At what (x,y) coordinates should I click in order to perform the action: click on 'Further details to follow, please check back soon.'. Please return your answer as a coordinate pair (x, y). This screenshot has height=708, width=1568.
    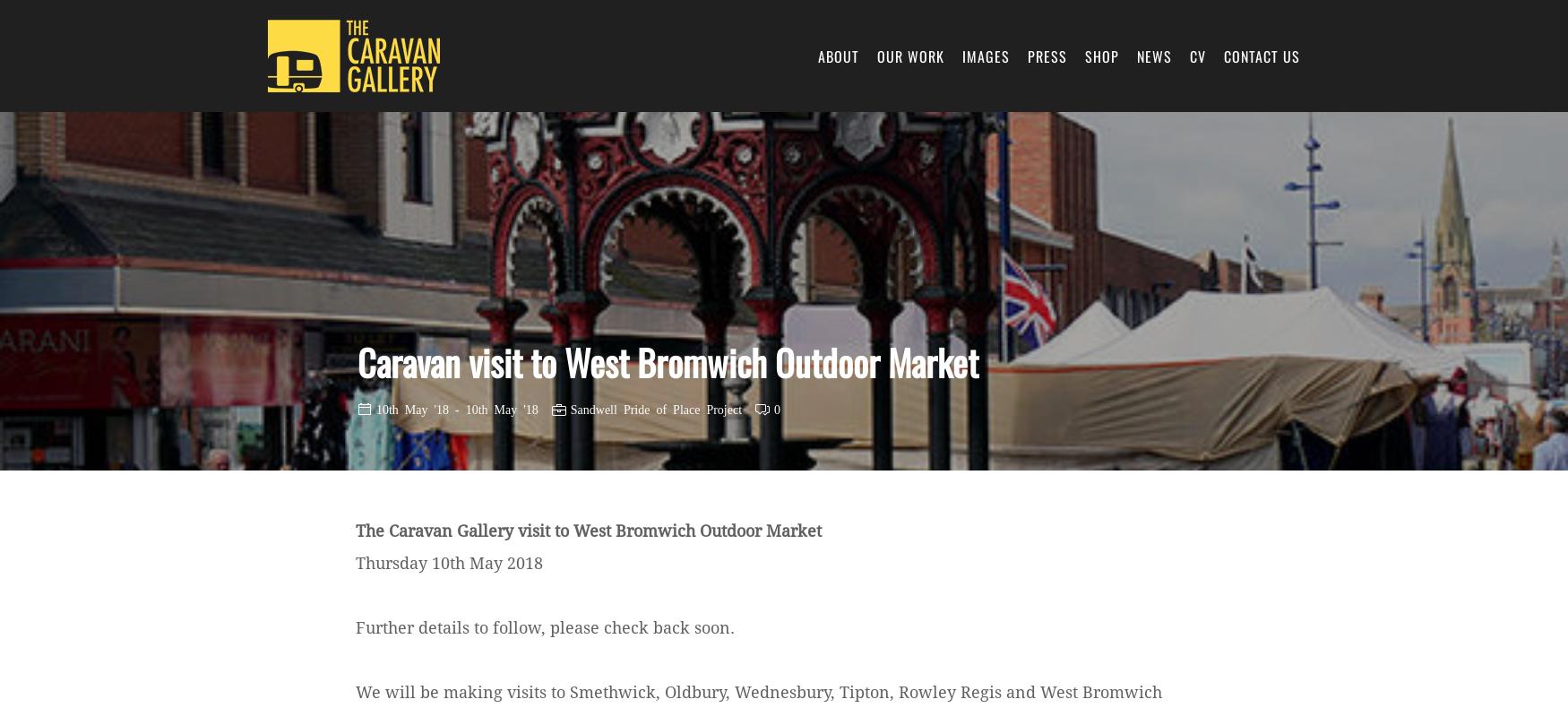
    Looking at the image, I should click on (545, 626).